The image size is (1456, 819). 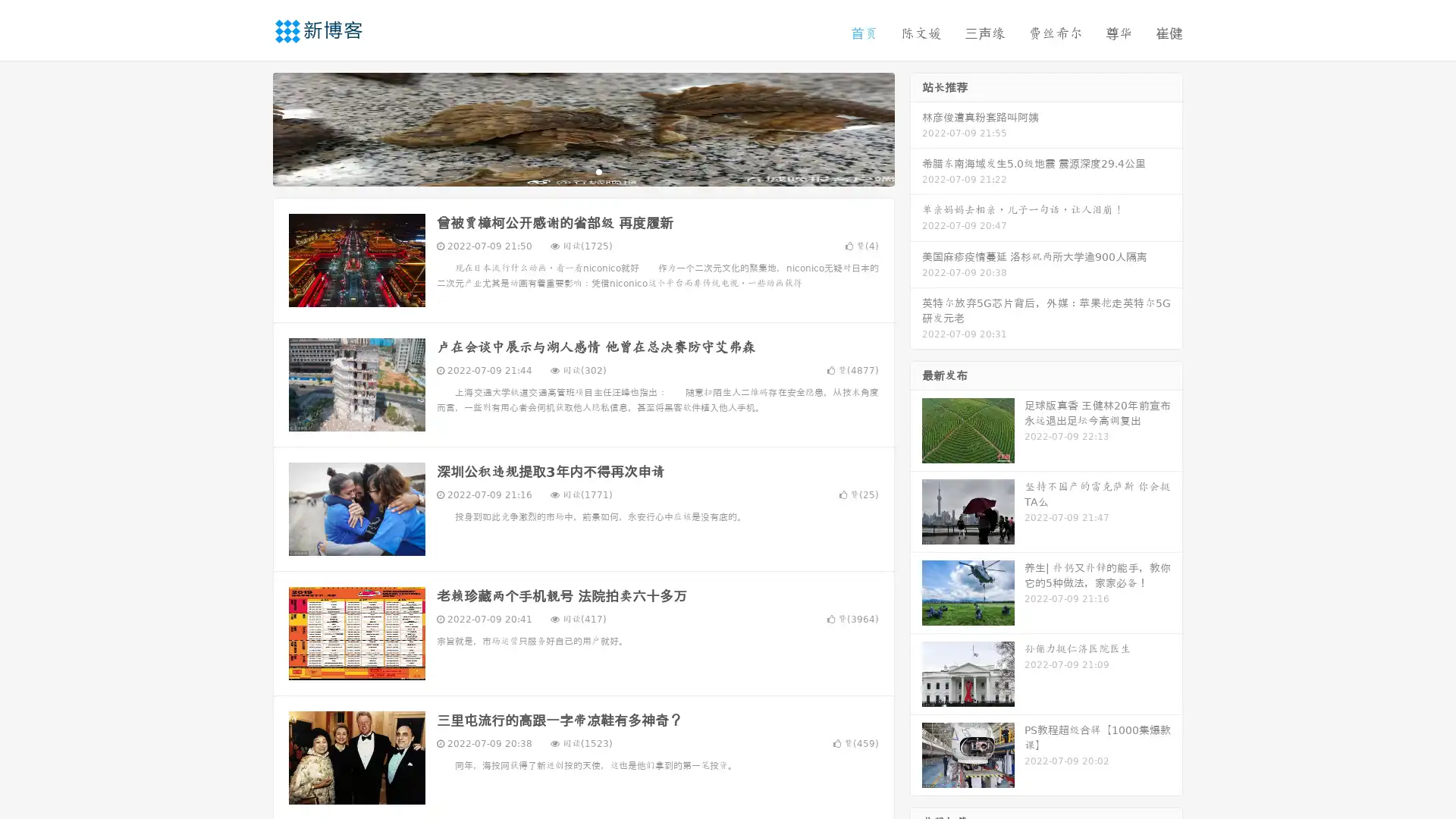 I want to click on Previous slide, so click(x=250, y=127).